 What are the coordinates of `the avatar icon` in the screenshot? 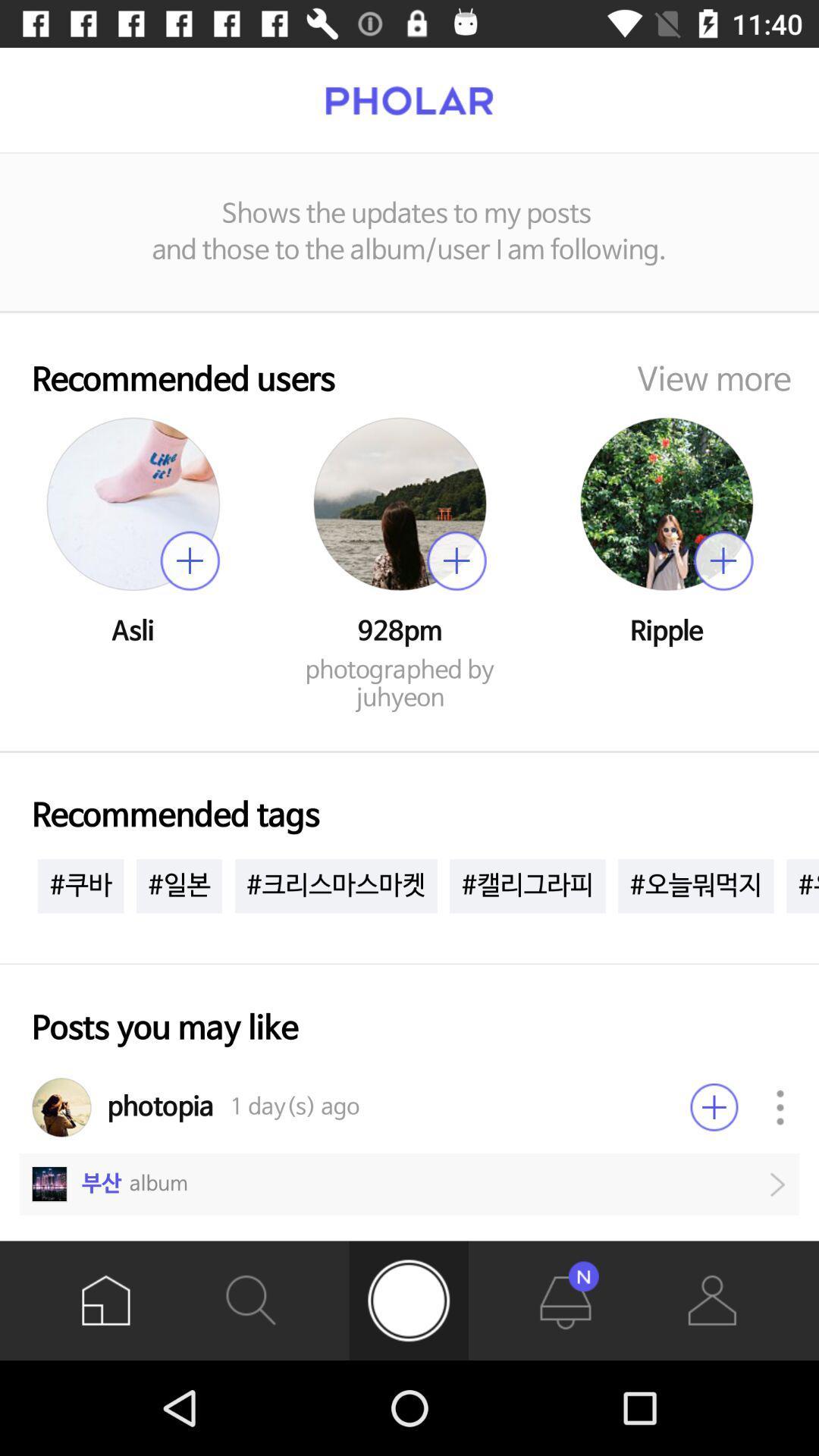 It's located at (408, 1300).